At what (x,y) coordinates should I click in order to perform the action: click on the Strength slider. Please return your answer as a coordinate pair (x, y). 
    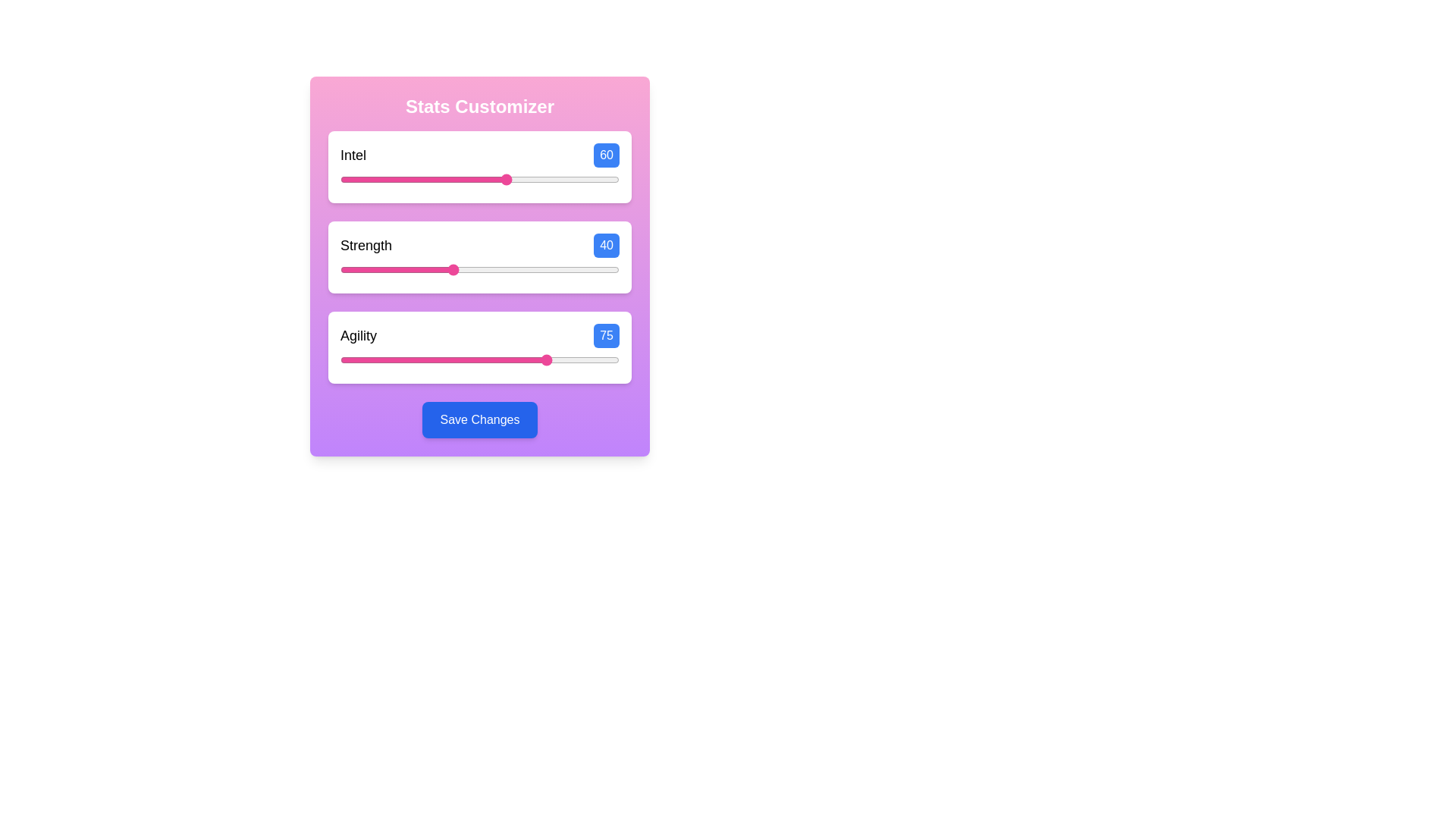
    Looking at the image, I should click on (350, 268).